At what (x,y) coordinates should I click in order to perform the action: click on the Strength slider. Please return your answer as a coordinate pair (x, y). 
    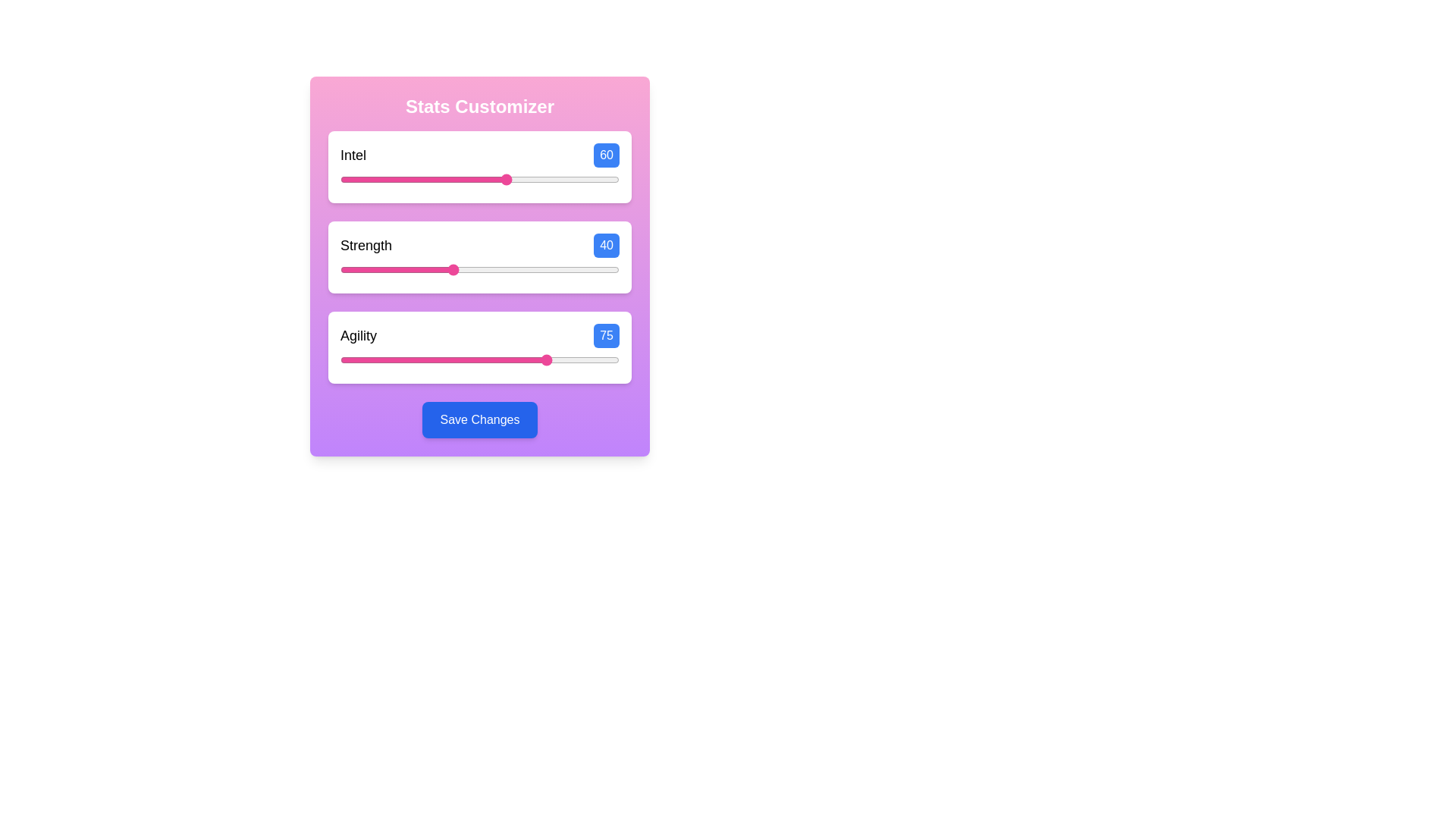
    Looking at the image, I should click on (350, 268).